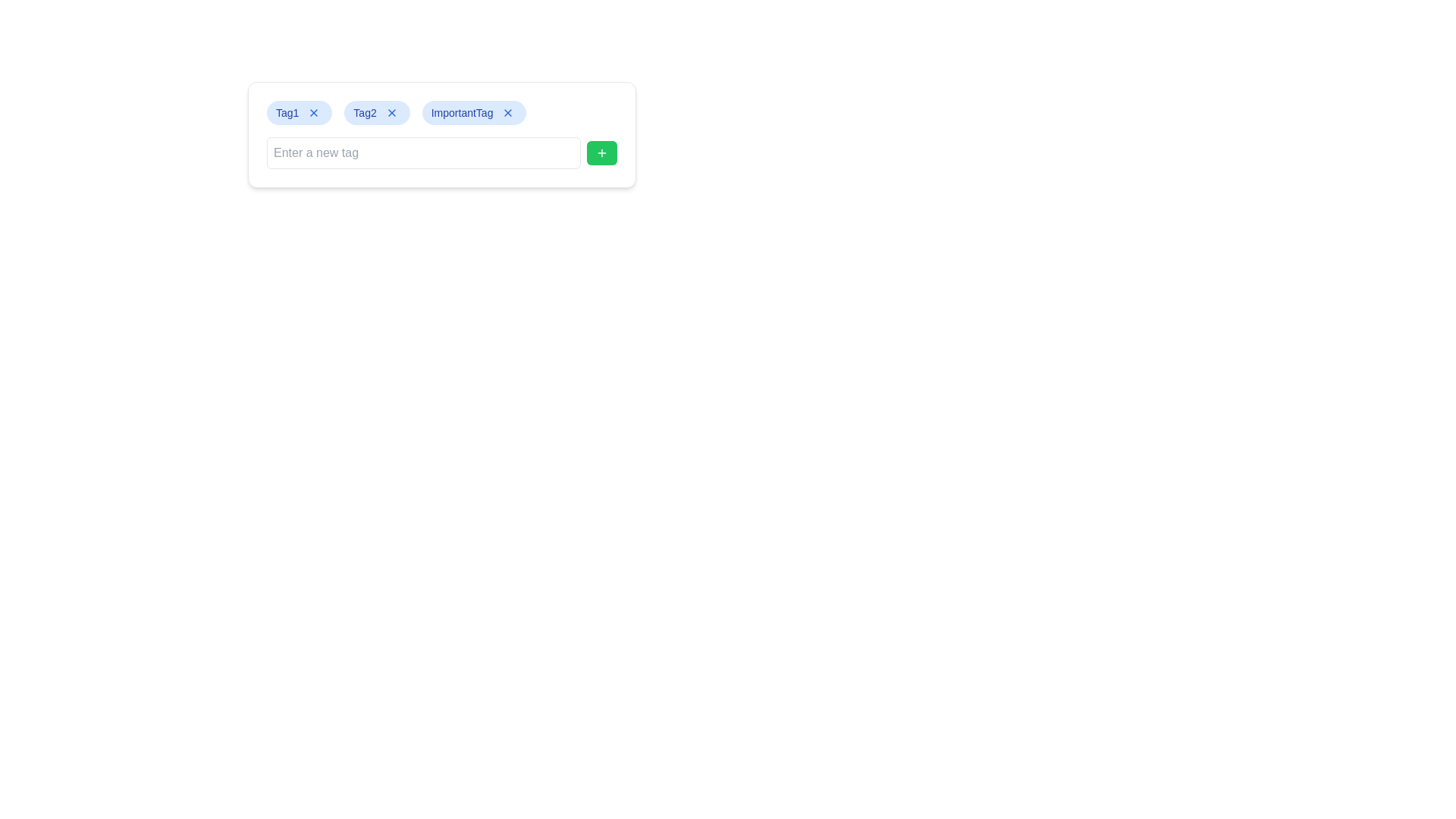 The width and height of the screenshot is (1456, 819). Describe the element at coordinates (313, 112) in the screenshot. I see `the small blue 'X' icon` at that location.